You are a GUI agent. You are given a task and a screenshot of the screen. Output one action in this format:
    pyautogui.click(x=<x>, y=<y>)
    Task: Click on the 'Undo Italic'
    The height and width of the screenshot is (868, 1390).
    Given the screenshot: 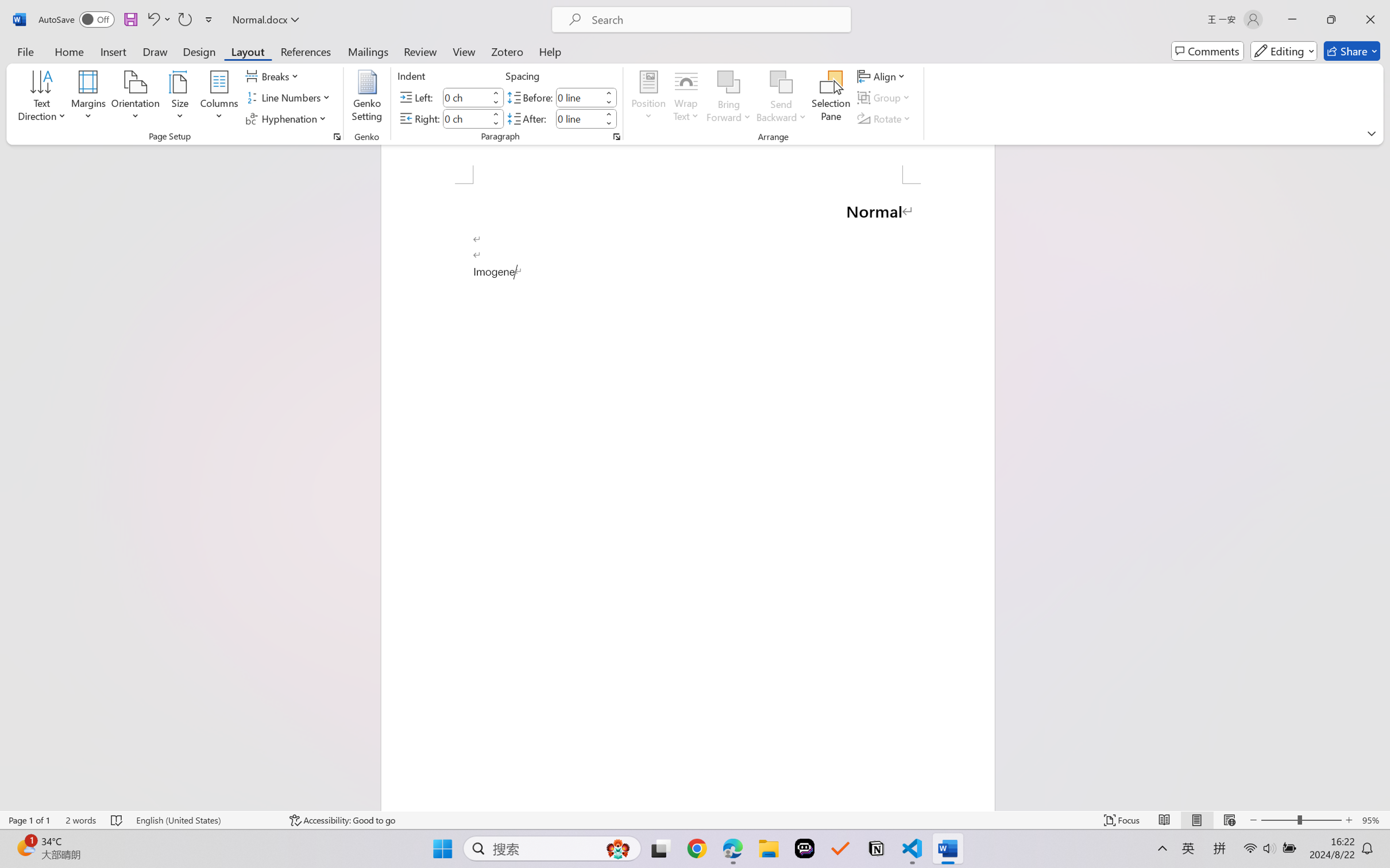 What is the action you would take?
    pyautogui.click(x=152, y=19)
    